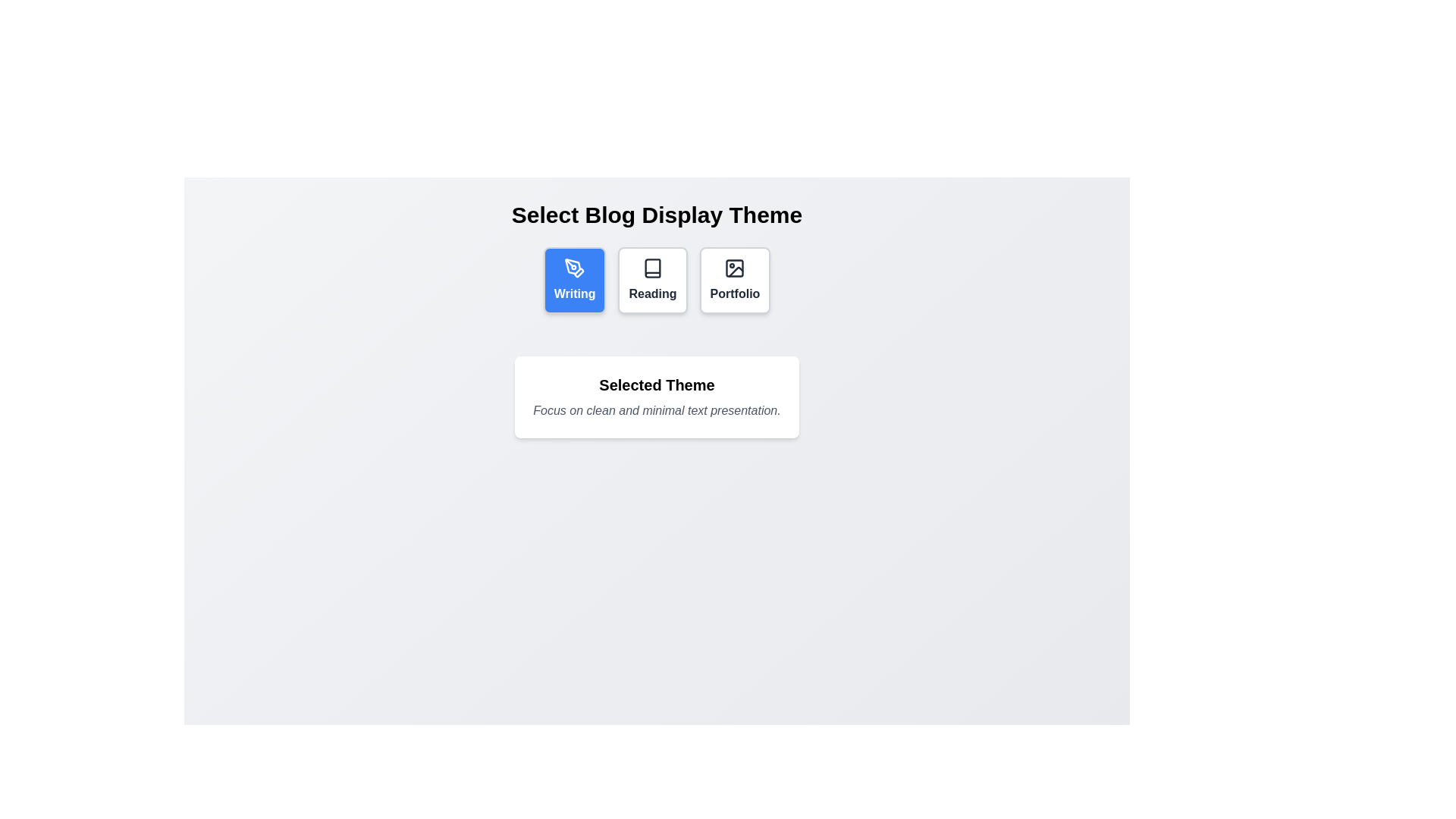  Describe the element at coordinates (574, 281) in the screenshot. I see `the button to select the theme Writing` at that location.